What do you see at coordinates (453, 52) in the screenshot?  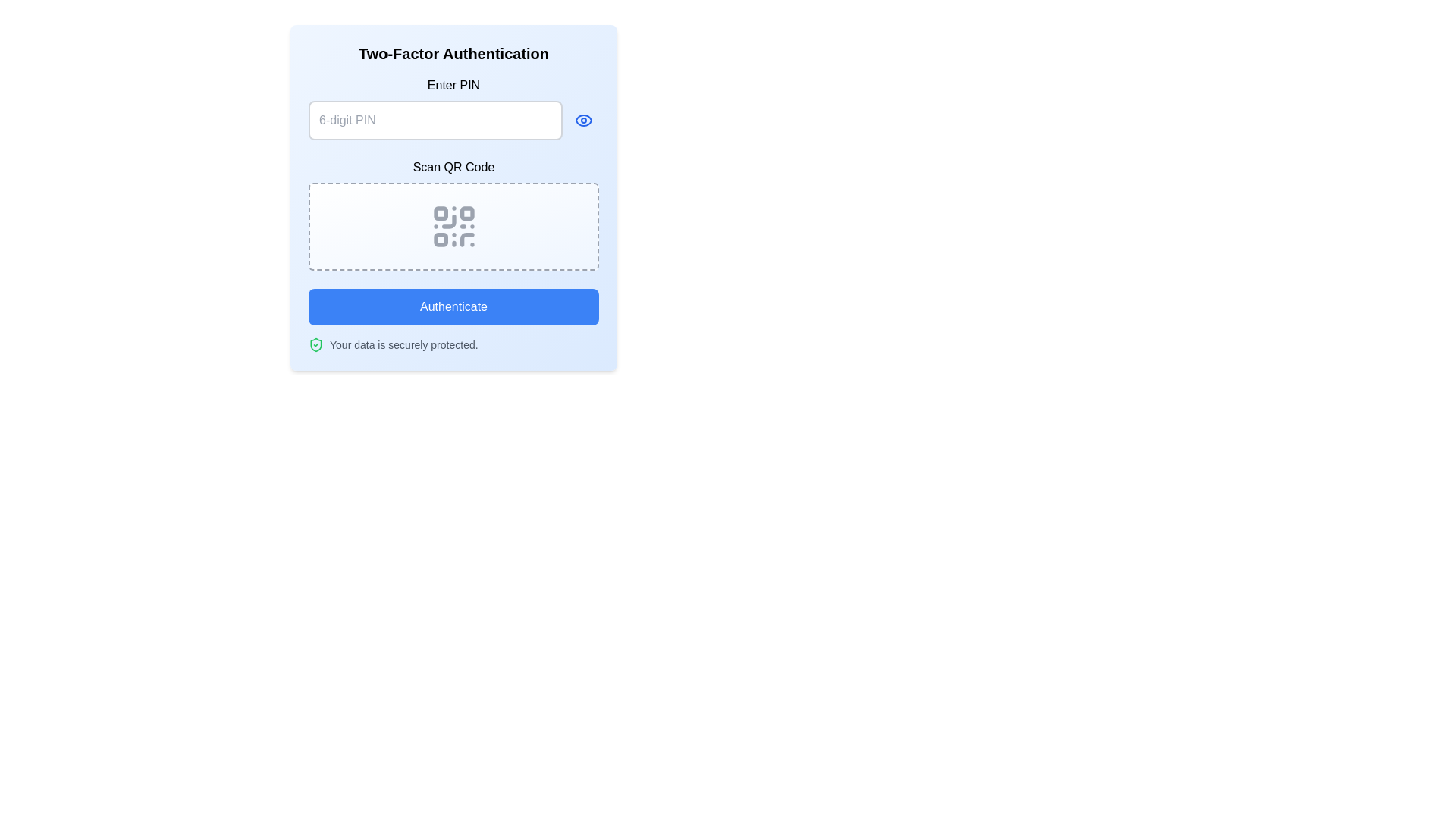 I see `the Text Header element displaying 'Two-Factor Authentication', which is prominently styled with a large, bold black font at the top of the card-like interface` at bounding box center [453, 52].